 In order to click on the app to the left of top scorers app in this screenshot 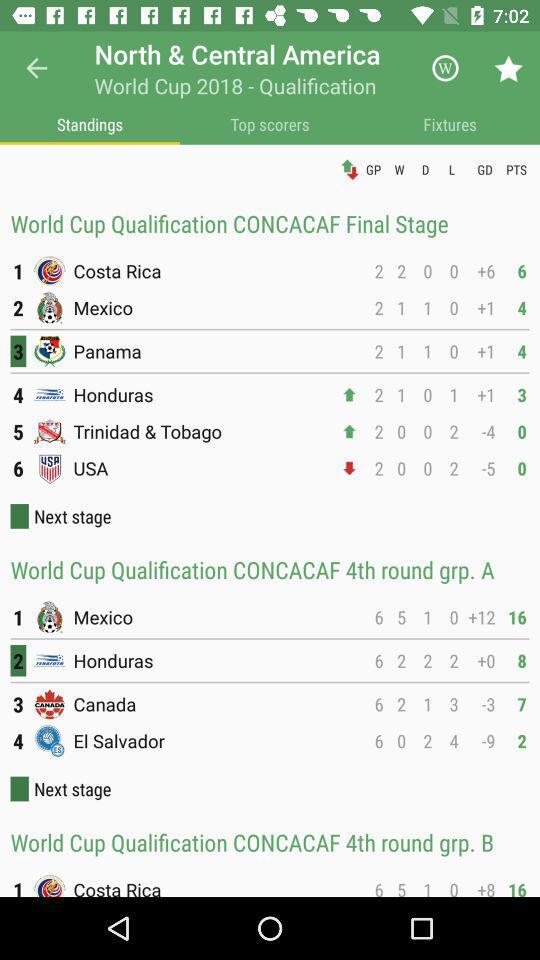, I will do `click(89, 123)`.